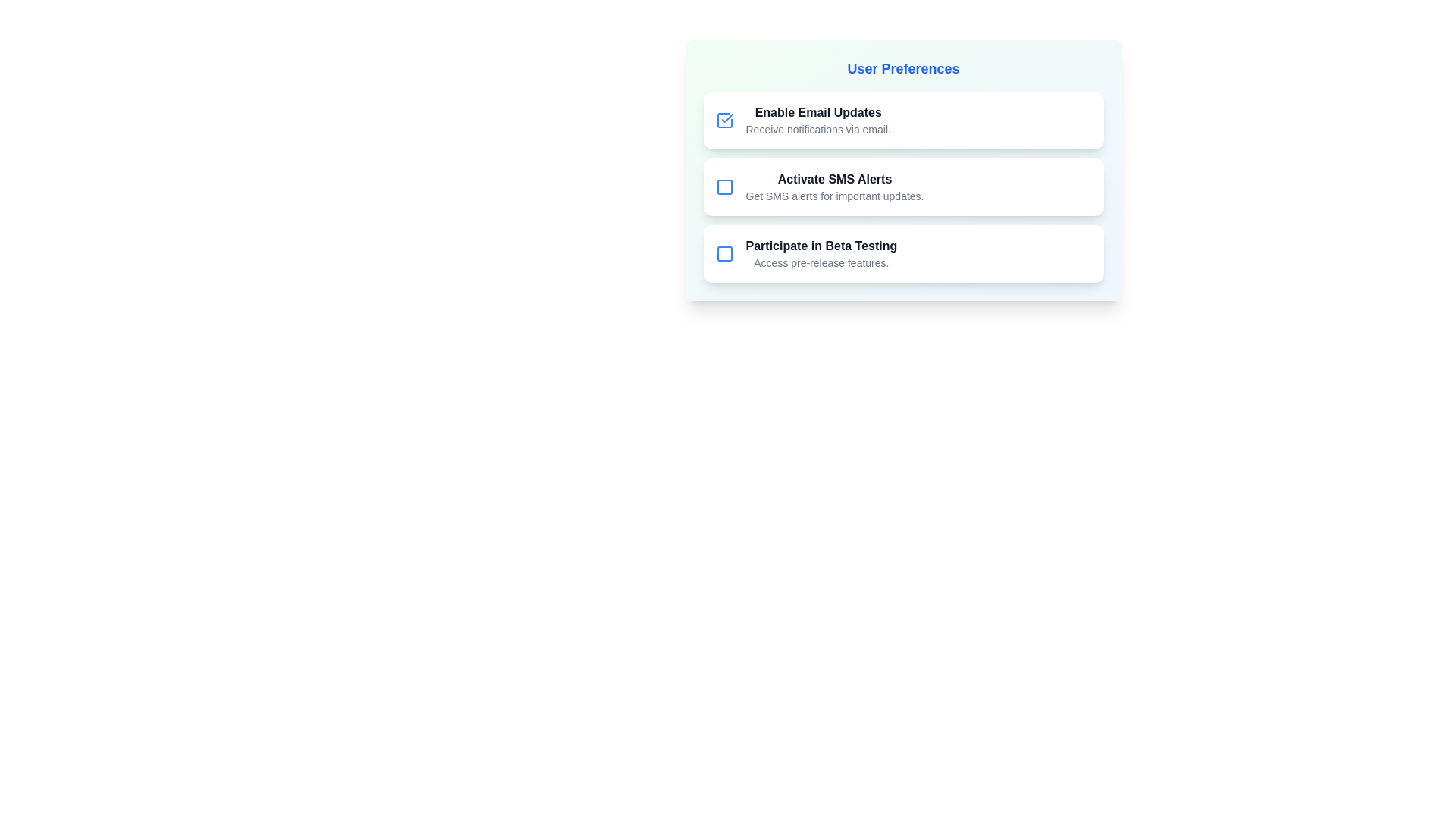 The image size is (1456, 819). I want to click on the checkbox for 'Activate SMS Alerts' to confirm selection, so click(723, 186).